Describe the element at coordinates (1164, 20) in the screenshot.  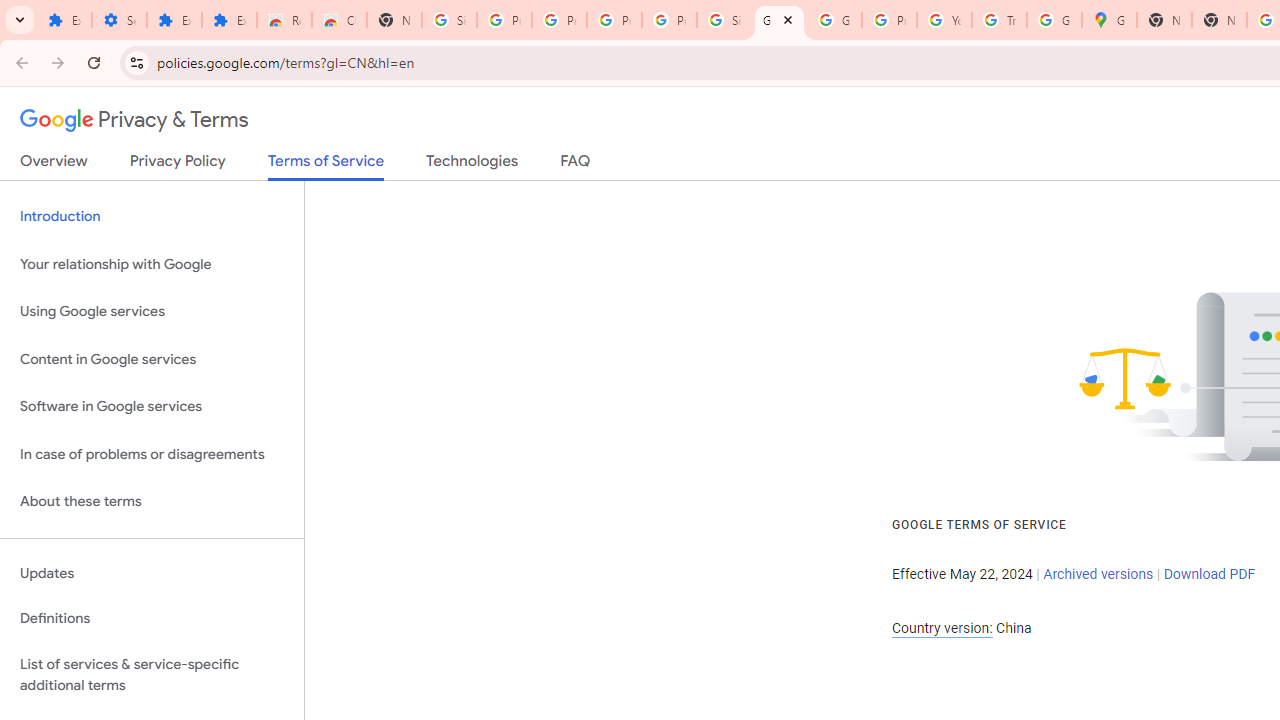
I see `'New Tab'` at that location.